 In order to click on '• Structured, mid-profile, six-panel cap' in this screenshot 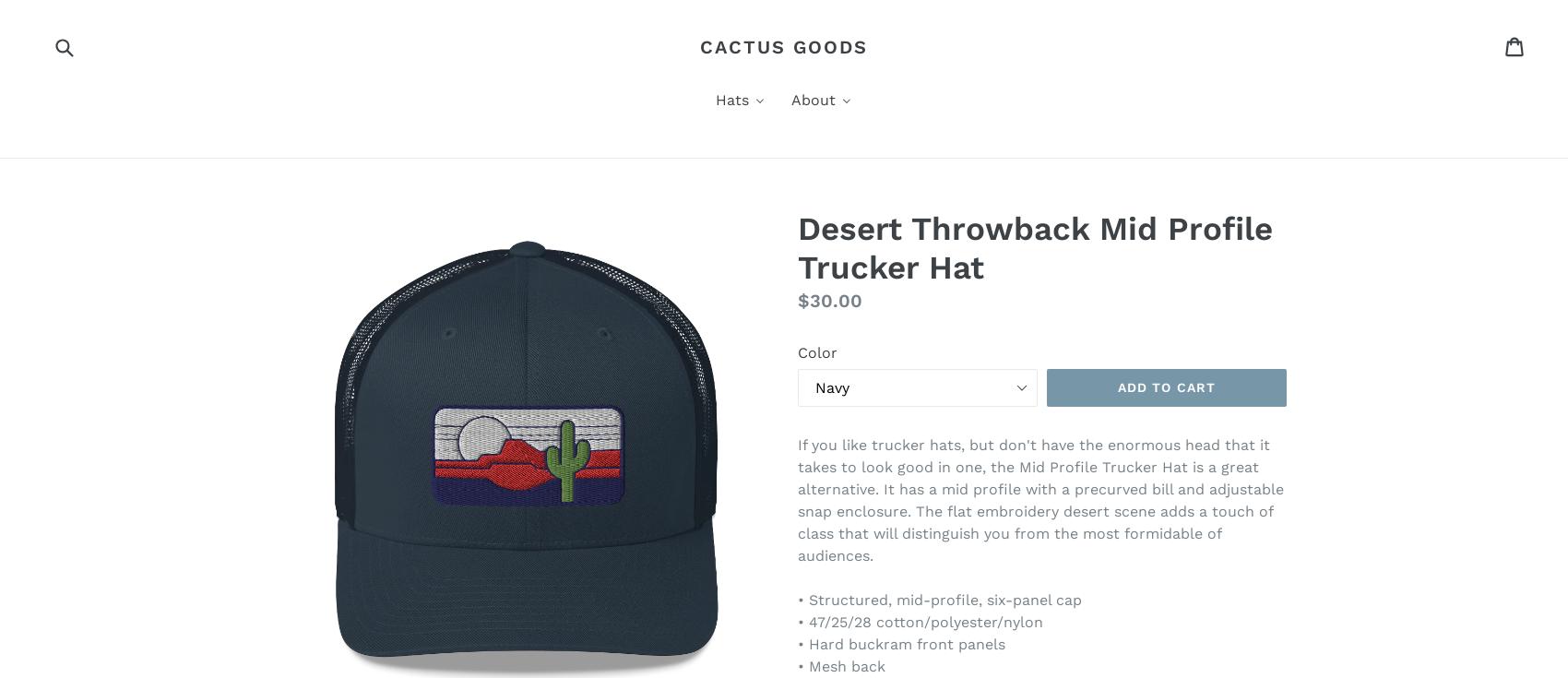, I will do `click(938, 599)`.